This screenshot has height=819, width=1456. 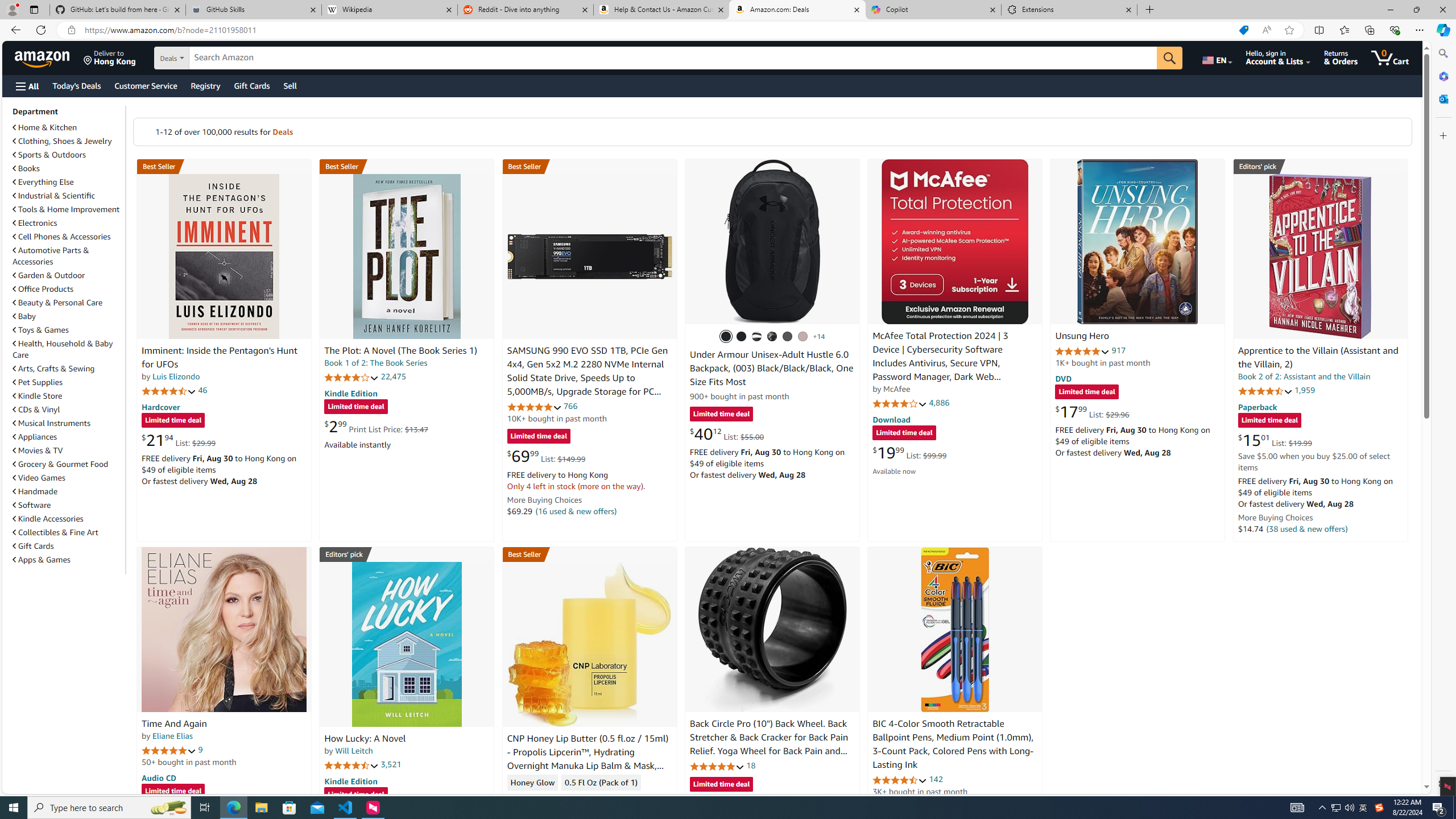 I want to click on 'DVD', so click(x=1064, y=379).